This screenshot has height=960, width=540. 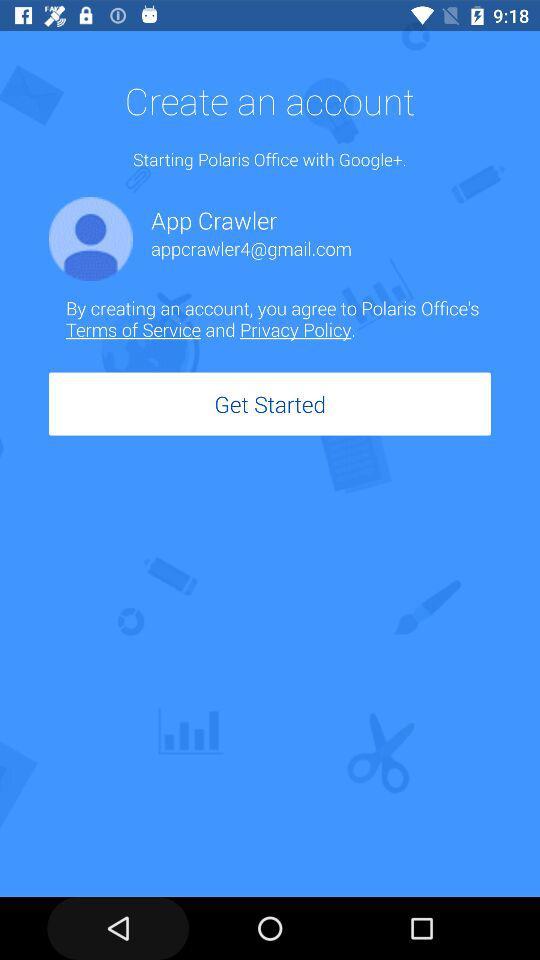 What do you see at coordinates (277, 318) in the screenshot?
I see `icon above get started` at bounding box center [277, 318].